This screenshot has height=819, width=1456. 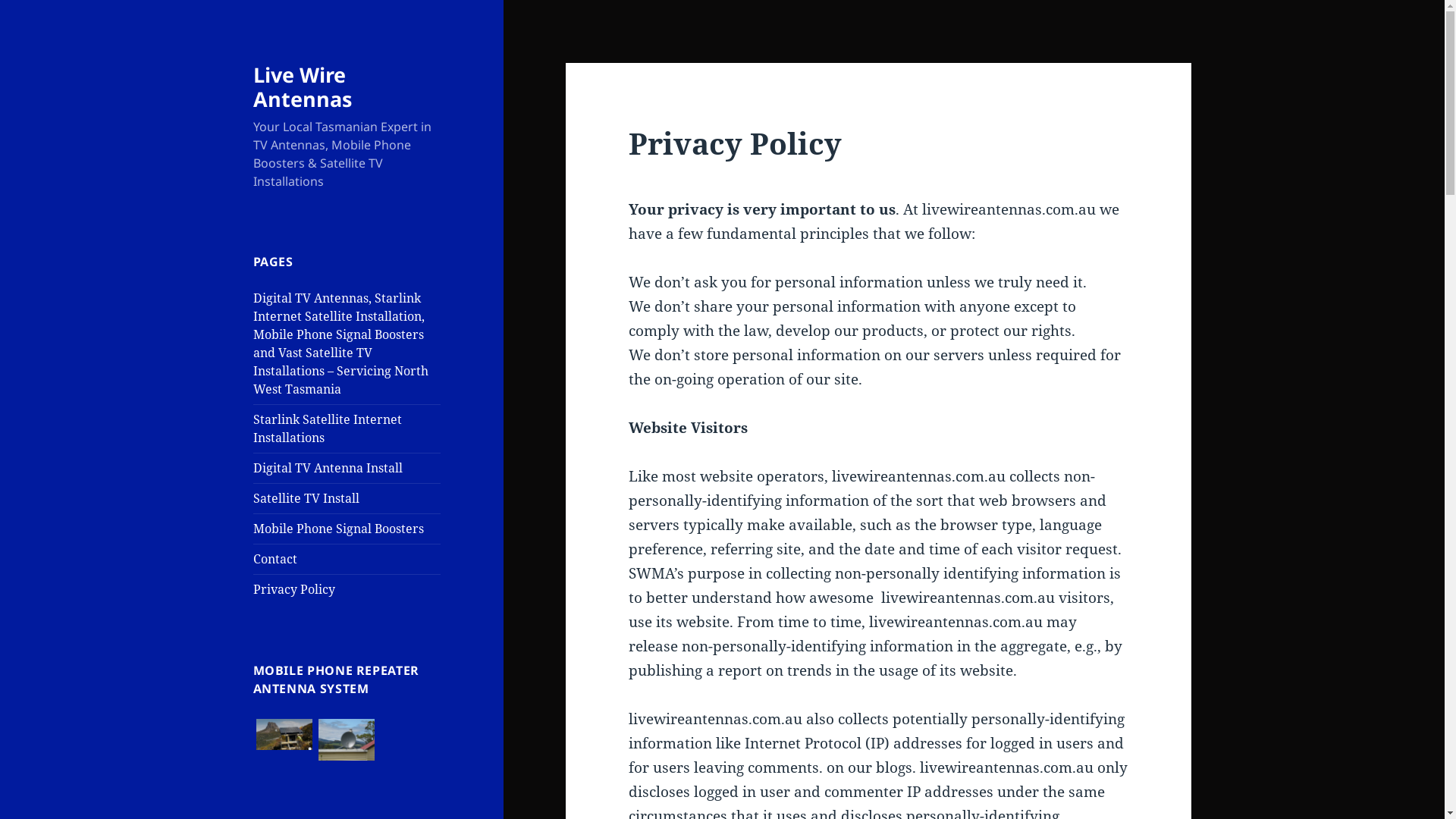 I want to click on 'Digital TV Antenna Install', so click(x=327, y=467).